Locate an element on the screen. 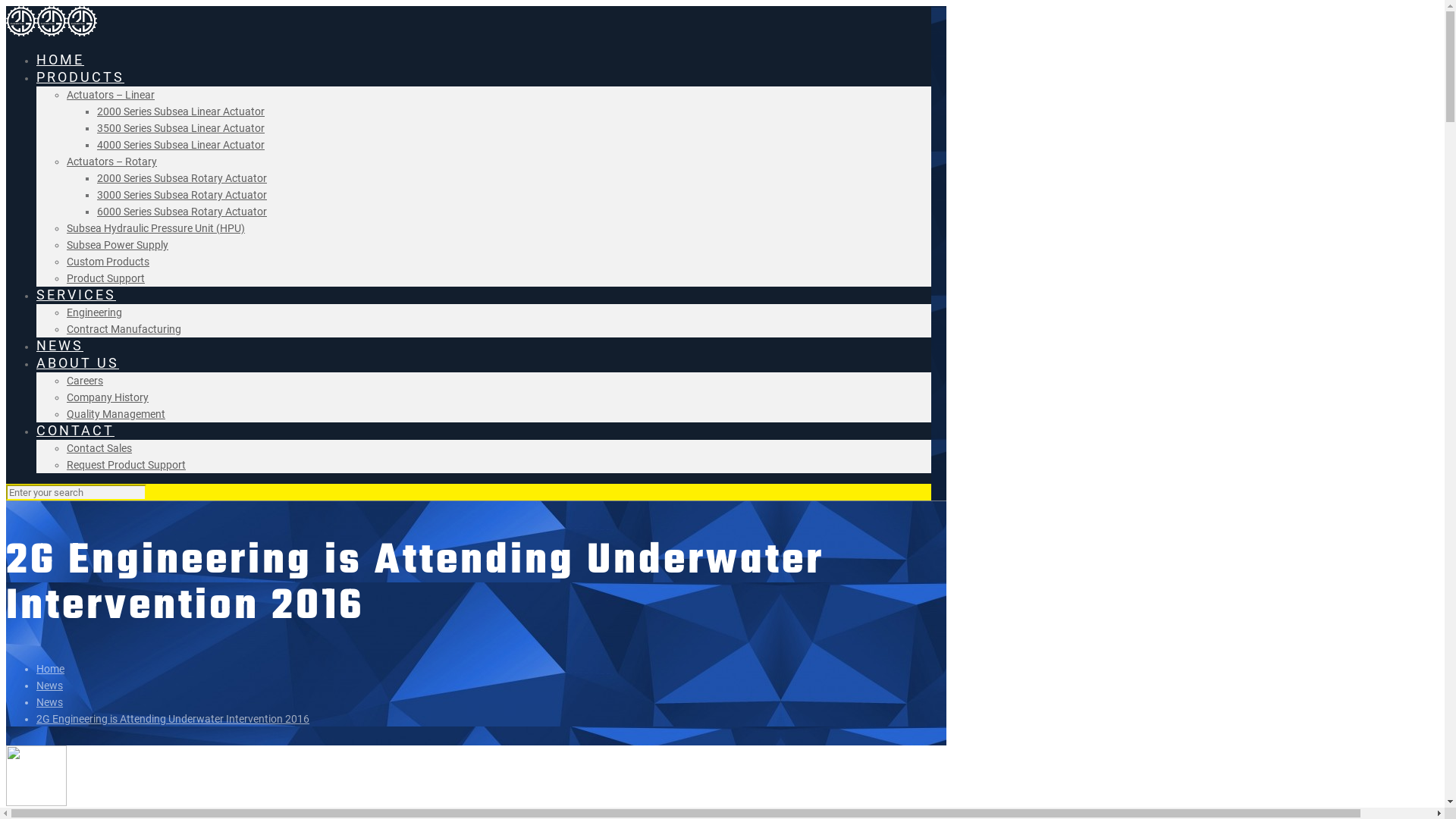 The height and width of the screenshot is (819, 1456). 'Request Product Support' is located at coordinates (65, 464).